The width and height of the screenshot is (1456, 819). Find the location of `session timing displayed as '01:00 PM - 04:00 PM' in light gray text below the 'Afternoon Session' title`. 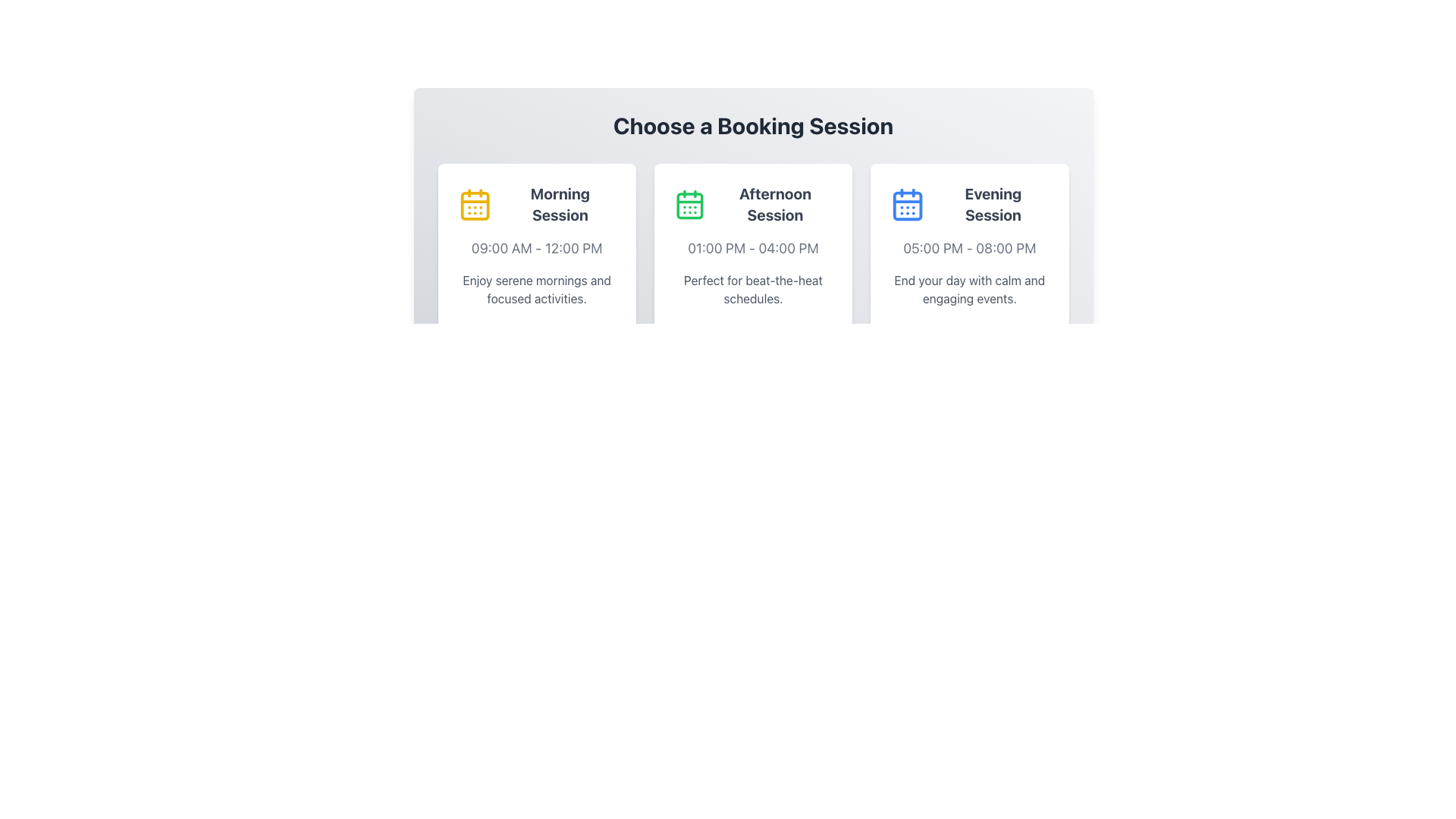

session timing displayed as '01:00 PM - 04:00 PM' in light gray text below the 'Afternoon Session' title is located at coordinates (753, 247).